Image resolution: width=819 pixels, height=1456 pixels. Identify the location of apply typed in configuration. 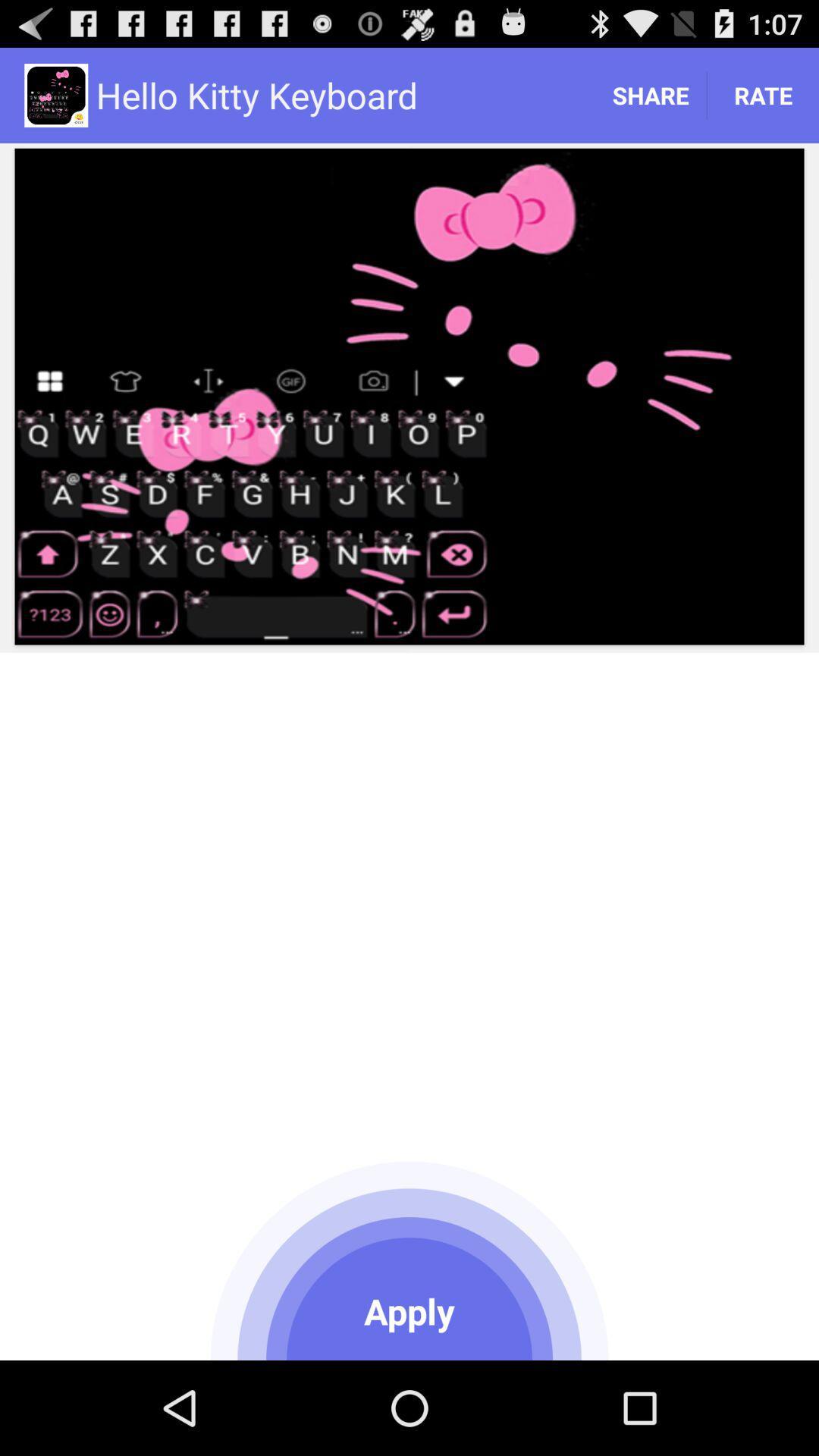
(409, 1258).